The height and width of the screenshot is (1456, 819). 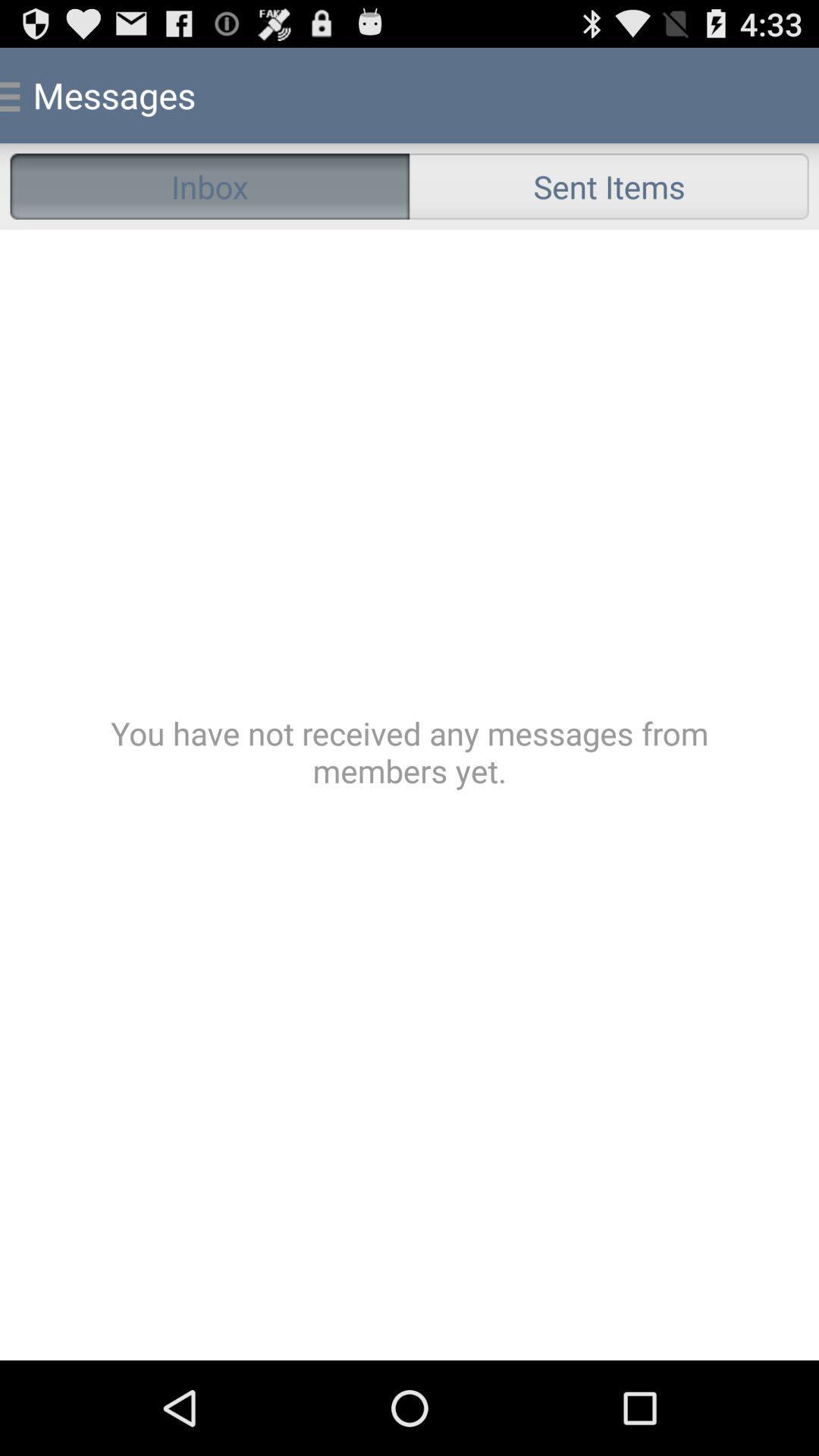 I want to click on the icon to the left of the sent items, so click(x=209, y=185).